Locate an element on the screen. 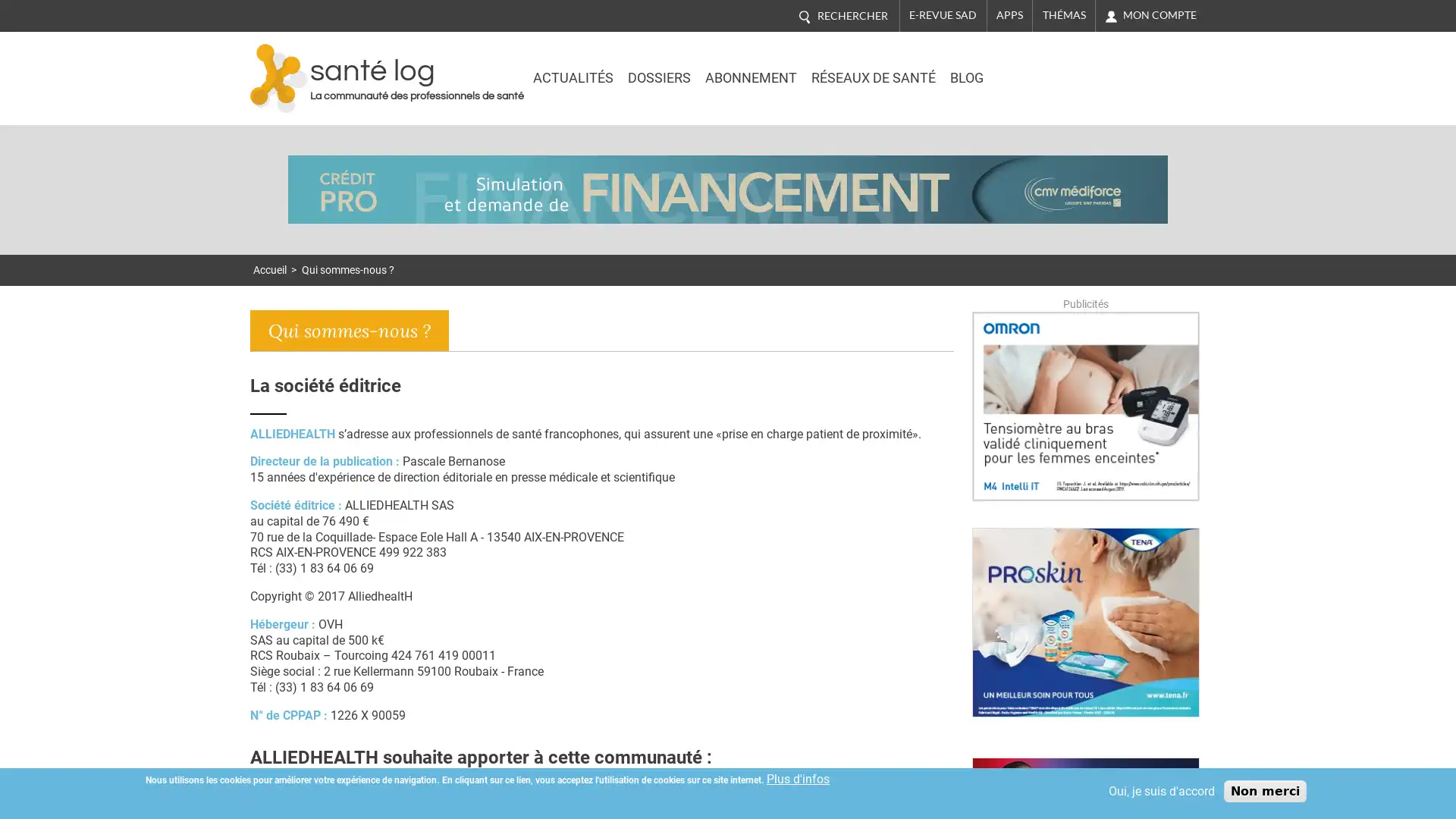 This screenshot has height=819, width=1456. Plus d'infos is located at coordinates (797, 779).